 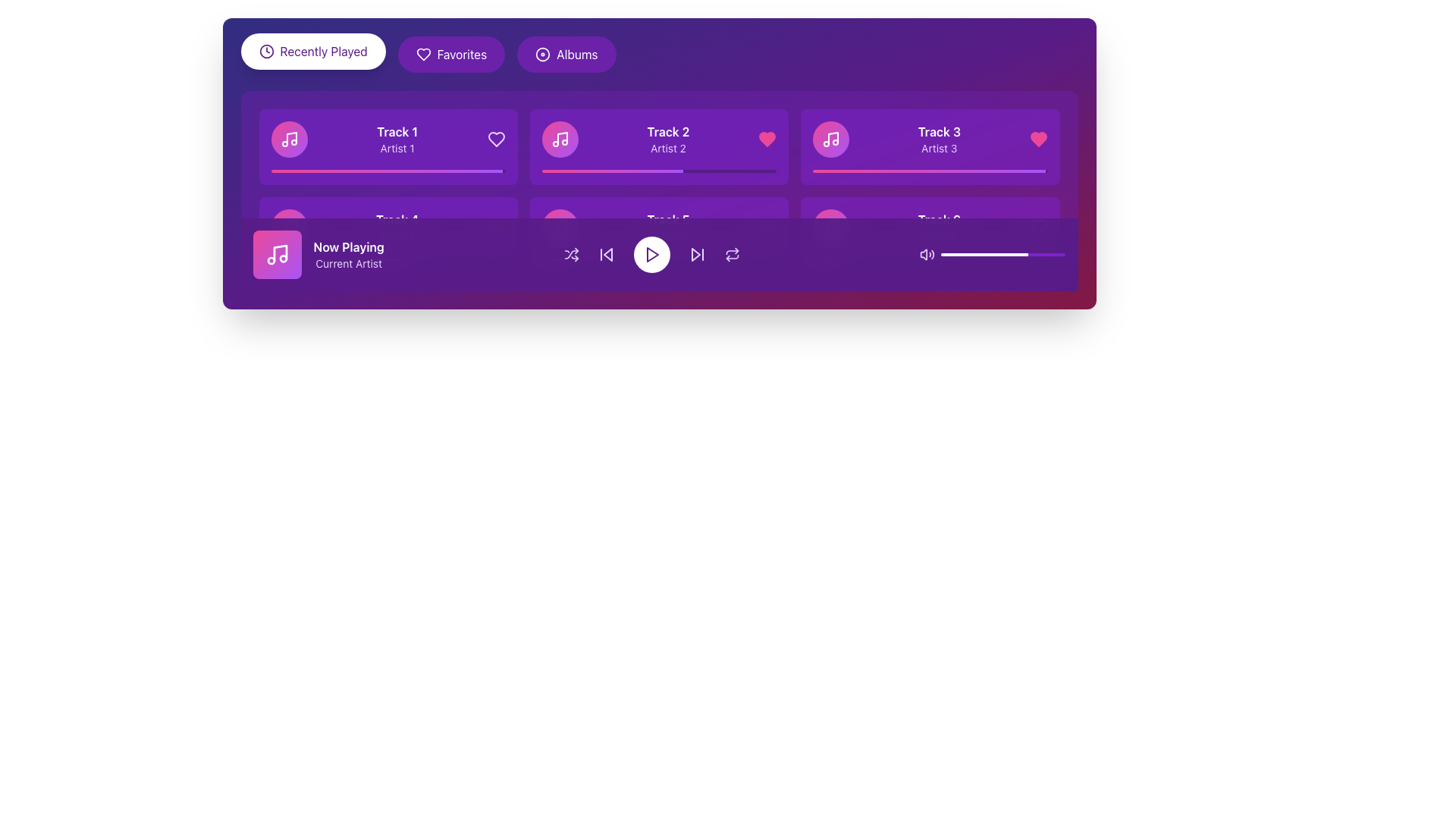 I want to click on the 'Now Playing' text display element, which includes the labels 'Now Playing' in bold white and 'Current Artist' in a smaller purple font, located in the bottom left quadrant of the playback controls area, so click(x=348, y=253).